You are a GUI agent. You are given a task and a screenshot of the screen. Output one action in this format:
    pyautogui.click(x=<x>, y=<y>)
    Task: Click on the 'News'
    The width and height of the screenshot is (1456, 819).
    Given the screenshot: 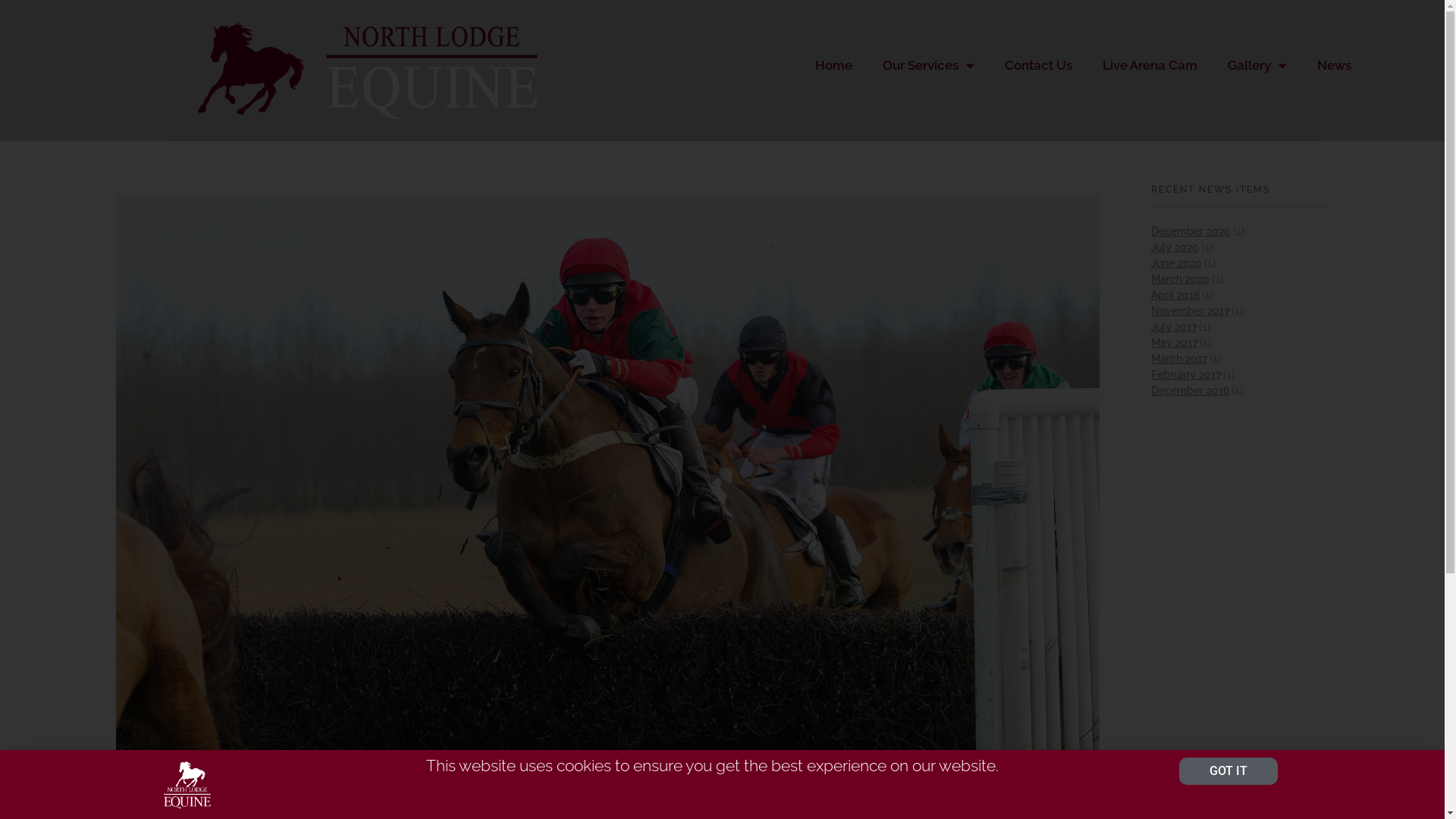 What is the action you would take?
    pyautogui.click(x=1301, y=64)
    